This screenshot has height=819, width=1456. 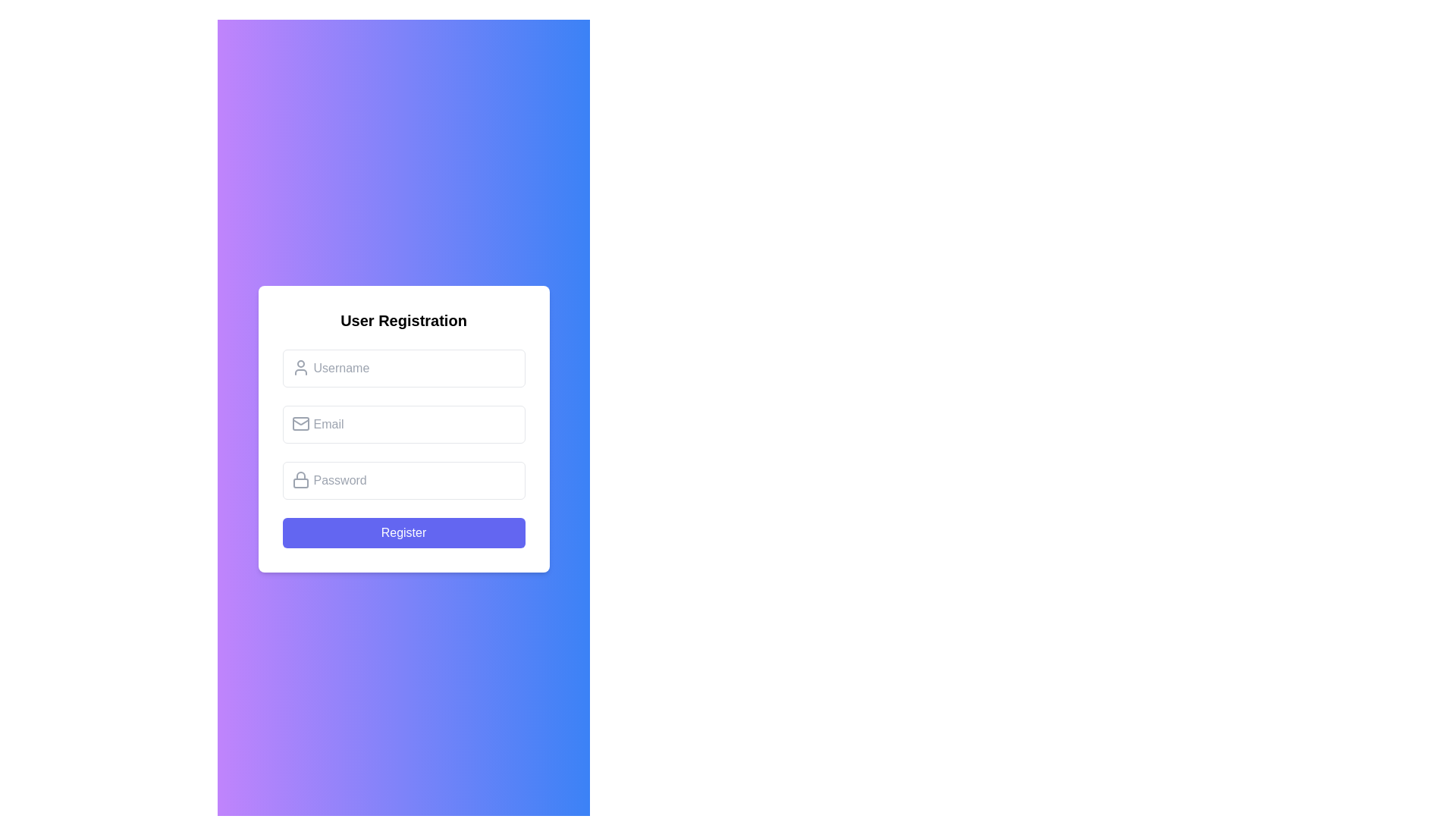 I want to click on the email input icon, which is visually indicated to assist in entering an email address and is positioned to the left of the 'Email' input field, so click(x=300, y=424).